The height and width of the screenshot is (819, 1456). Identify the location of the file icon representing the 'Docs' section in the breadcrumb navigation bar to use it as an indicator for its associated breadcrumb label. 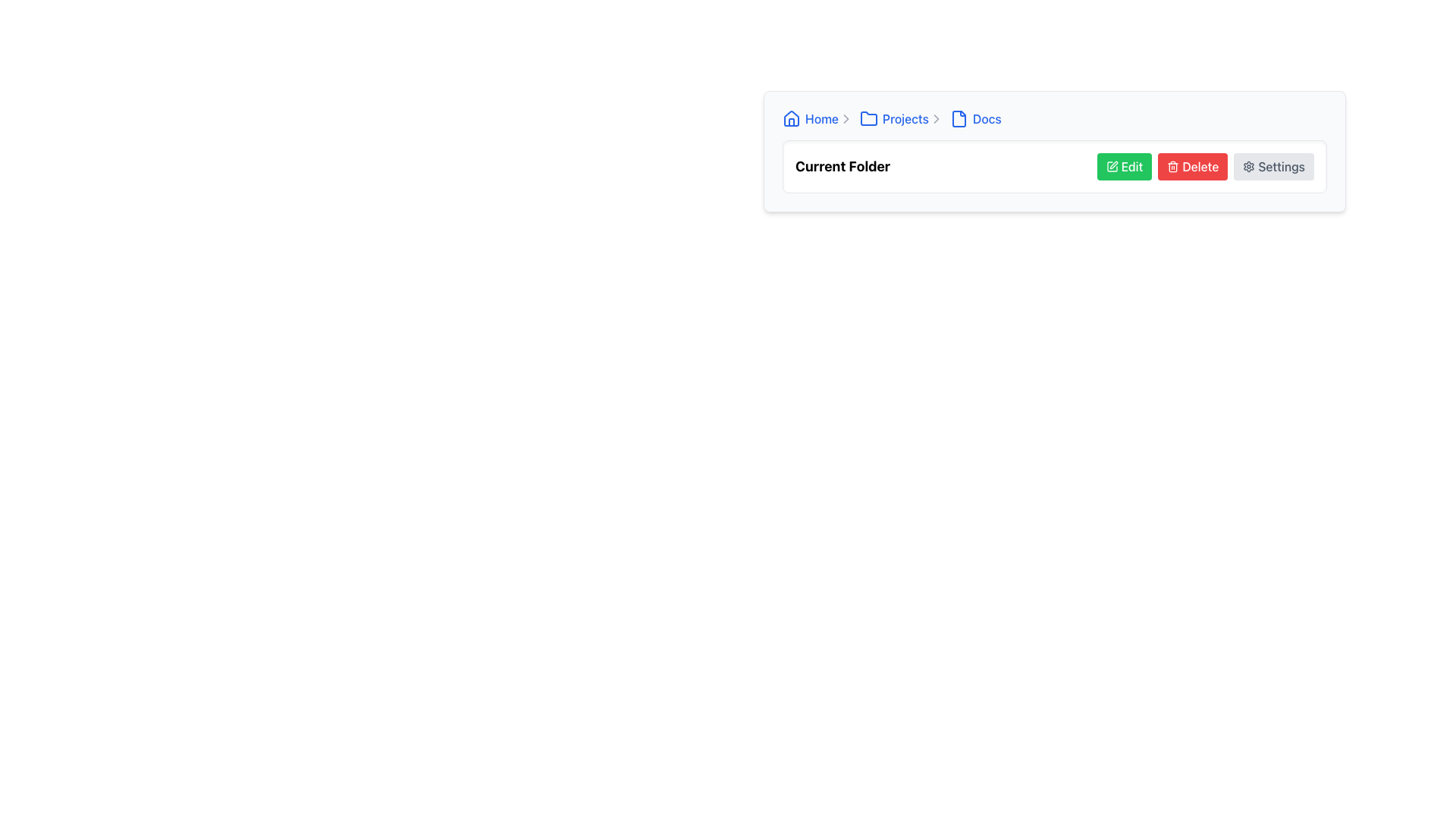
(958, 118).